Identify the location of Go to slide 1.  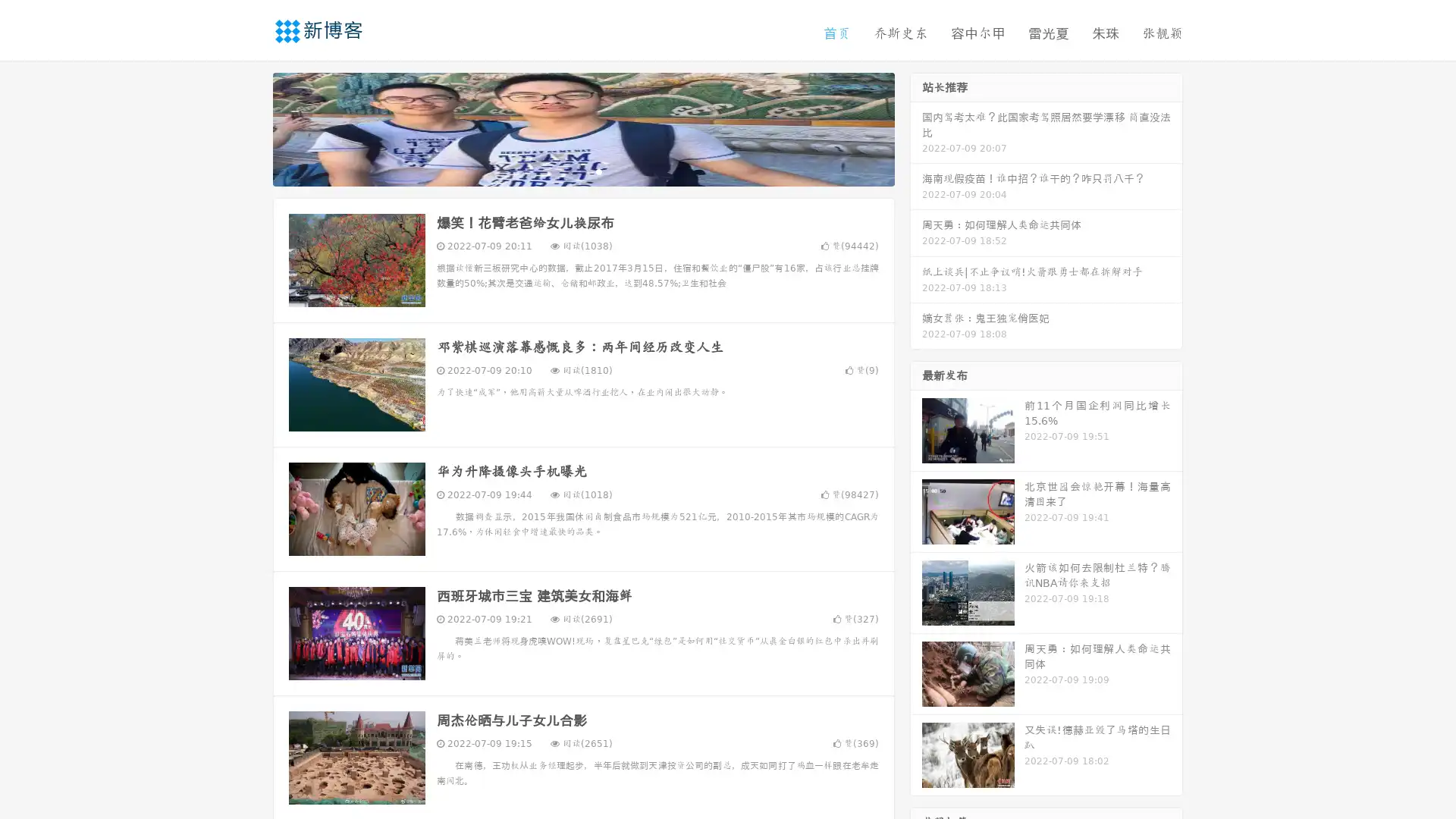
(567, 171).